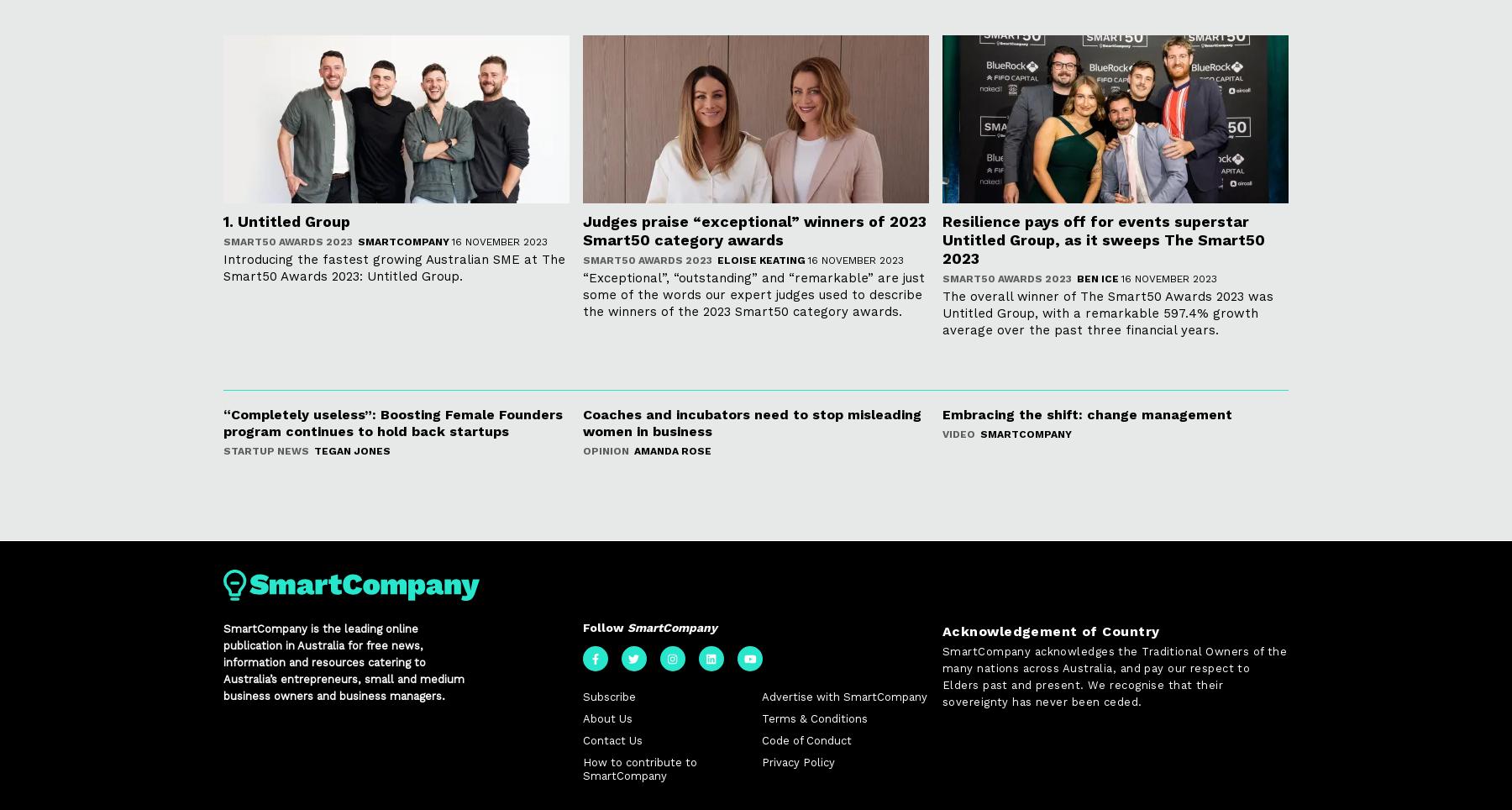  What do you see at coordinates (805, 741) in the screenshot?
I see `'Code of Conduct'` at bounding box center [805, 741].